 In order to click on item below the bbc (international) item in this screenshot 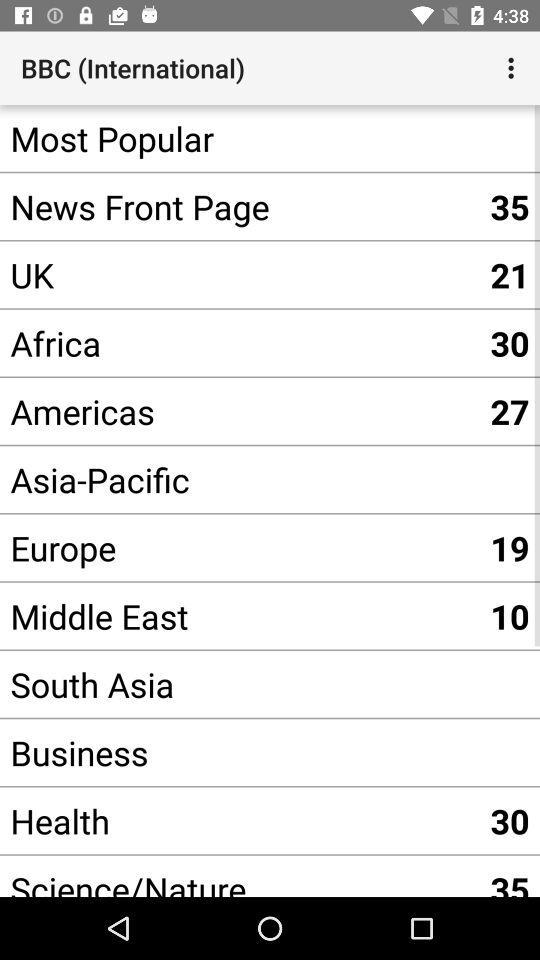, I will do `click(239, 137)`.